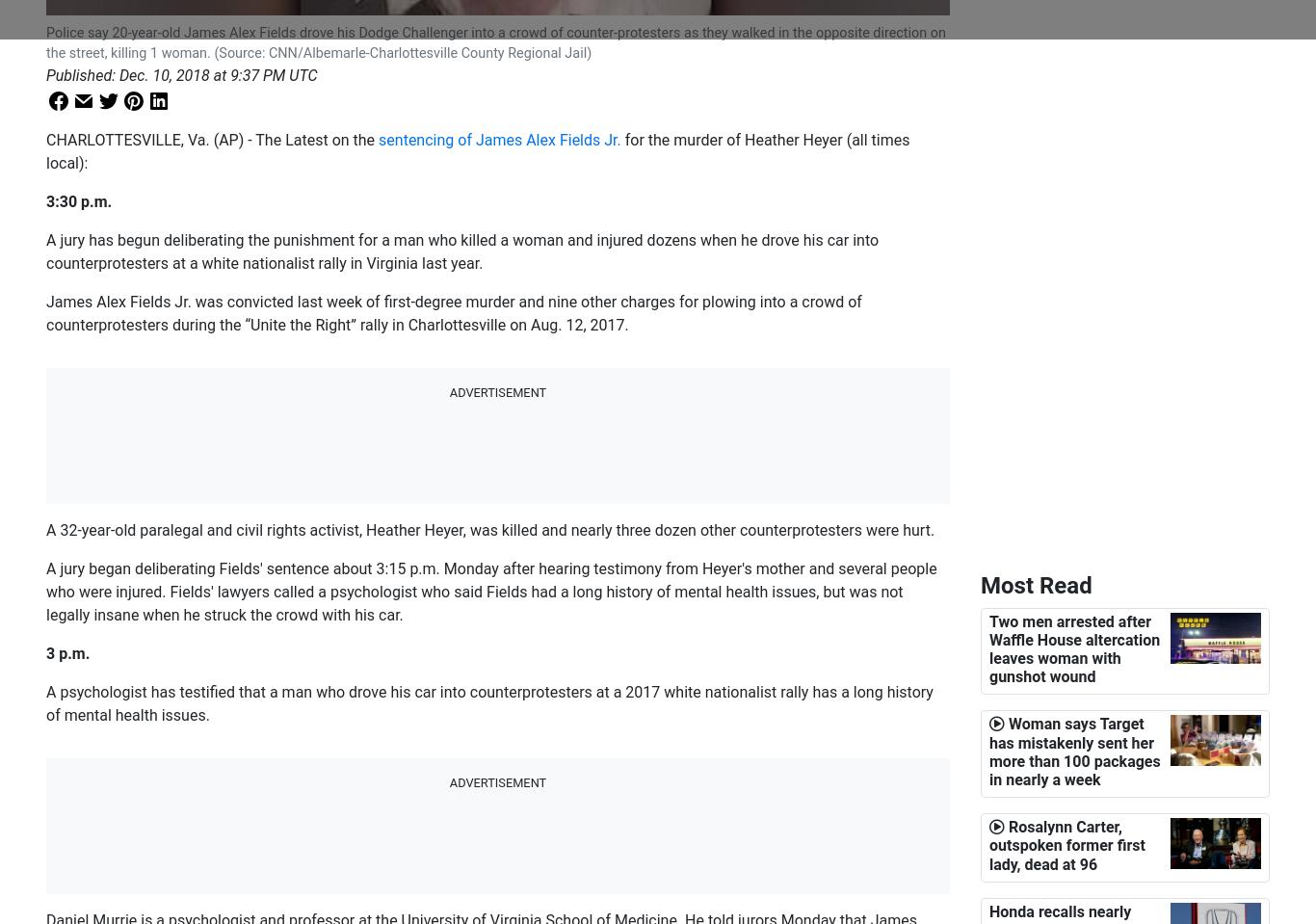 The height and width of the screenshot is (924, 1316). I want to click on 'Police say 20-year-old James Alex Fields drove his Dodge Challenger into a crowd of counter-protesters as they walked in the opposite direction on the street, killing 1 woman. (Source: CNN/Albemarle-Charlottesville County Regional Jail)', so click(495, 41).